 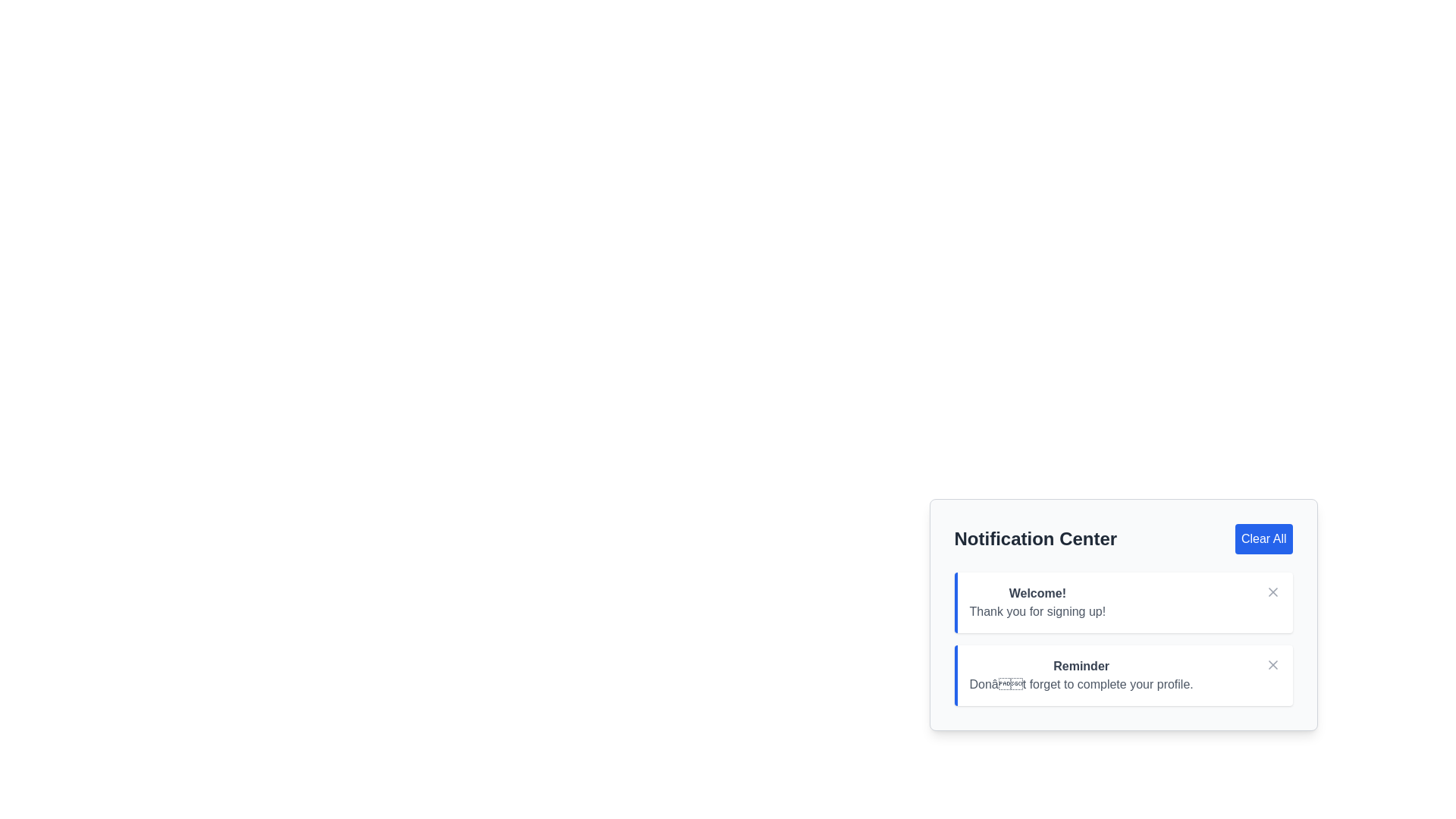 I want to click on the button in the top-right corner of the 'Reminder' notification card, so click(x=1272, y=664).